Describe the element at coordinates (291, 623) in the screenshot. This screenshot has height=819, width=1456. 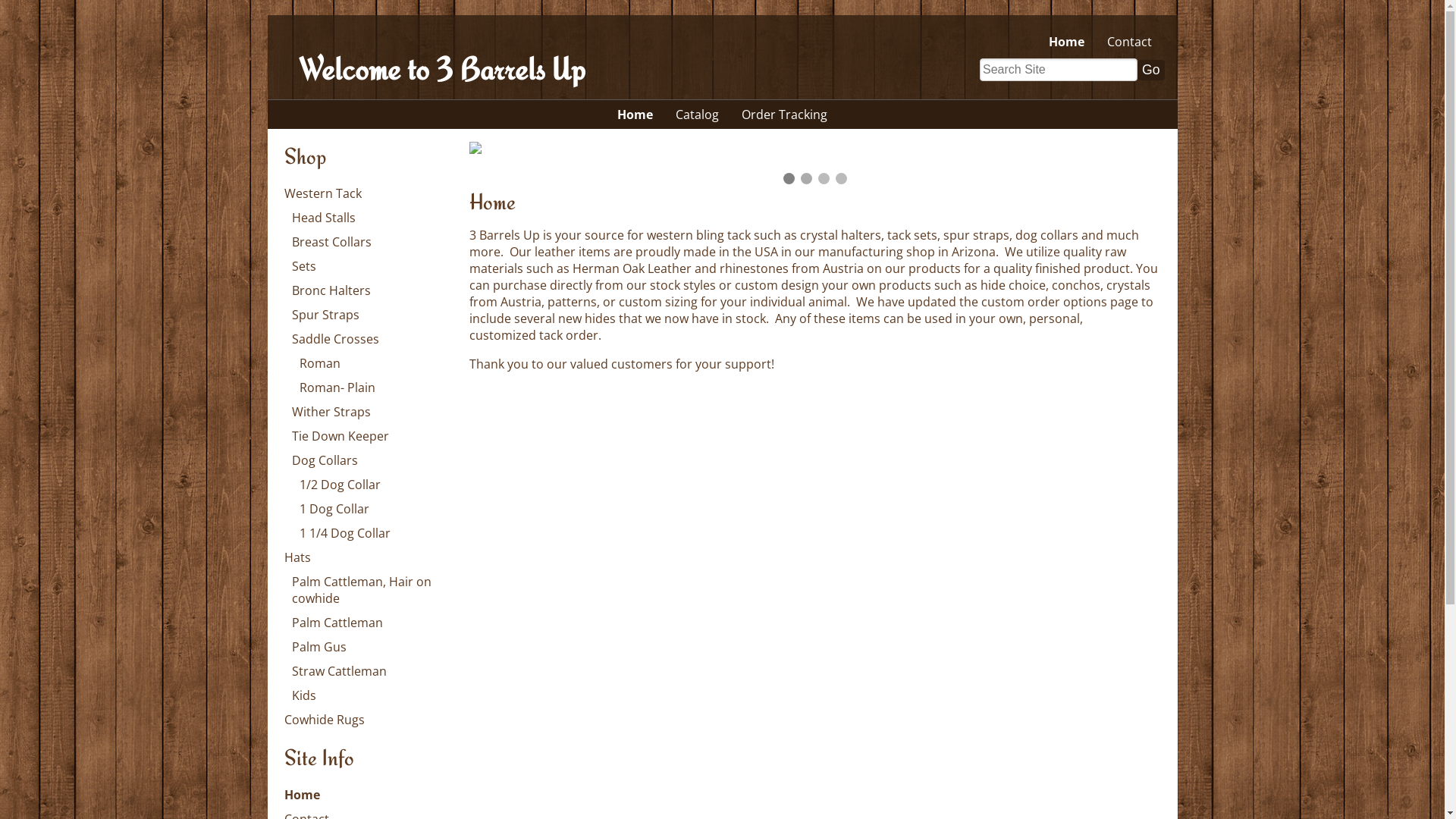
I see `'Palm Cattleman'` at that location.